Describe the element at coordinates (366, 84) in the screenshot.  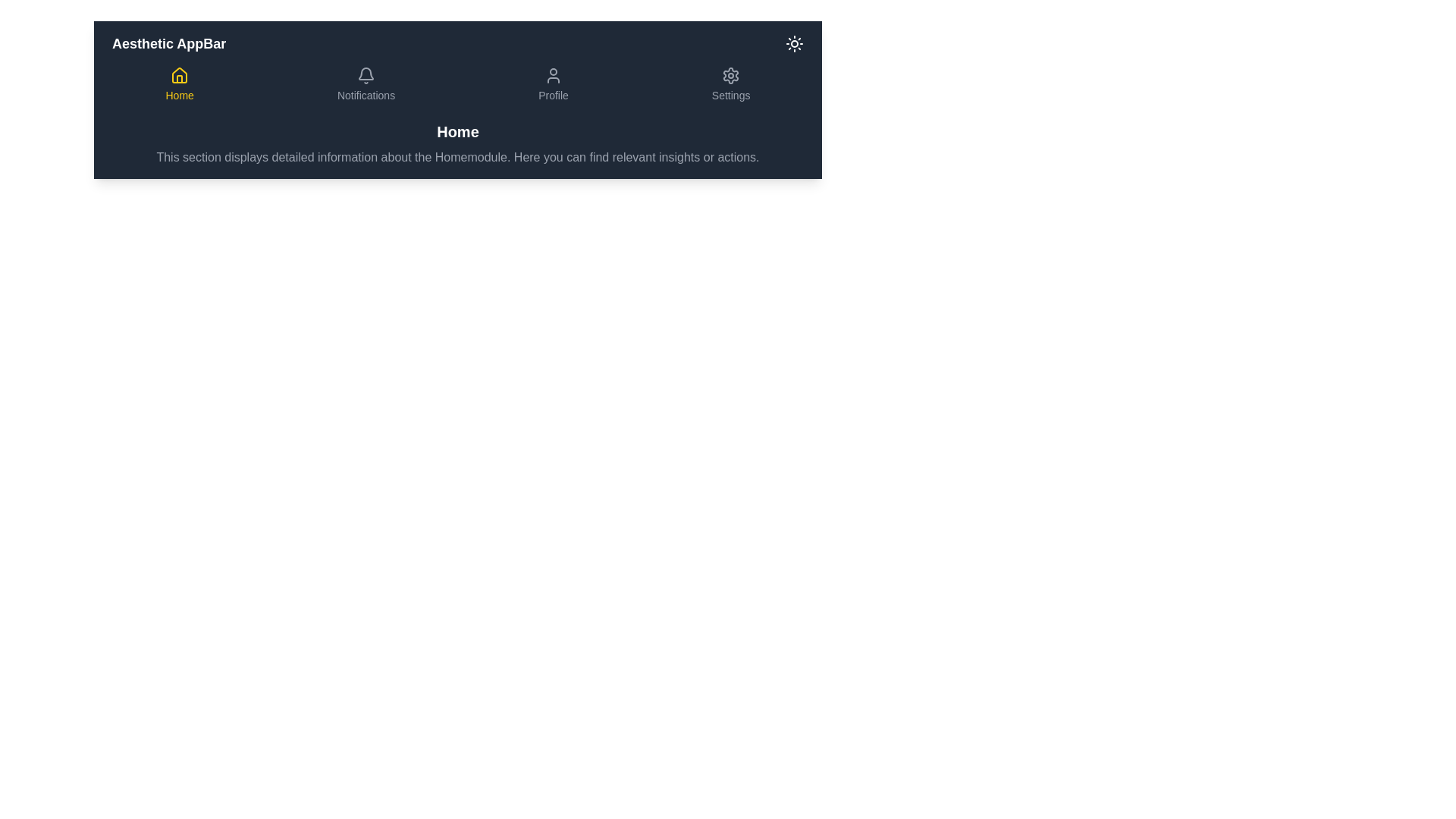
I see `the tab labeled Notifications to view its detailed information` at that location.